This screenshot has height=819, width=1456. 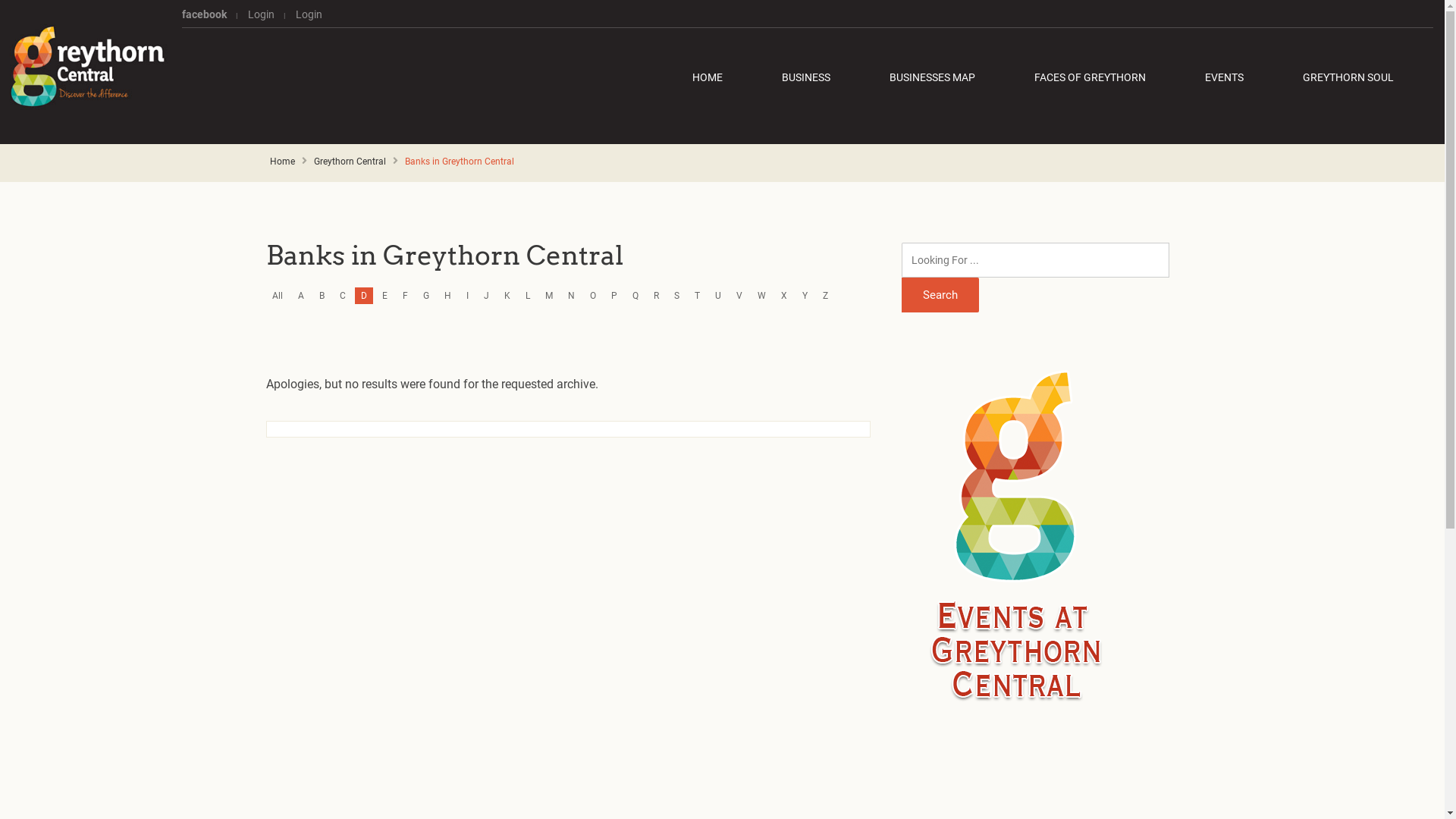 I want to click on 'N', so click(x=570, y=295).